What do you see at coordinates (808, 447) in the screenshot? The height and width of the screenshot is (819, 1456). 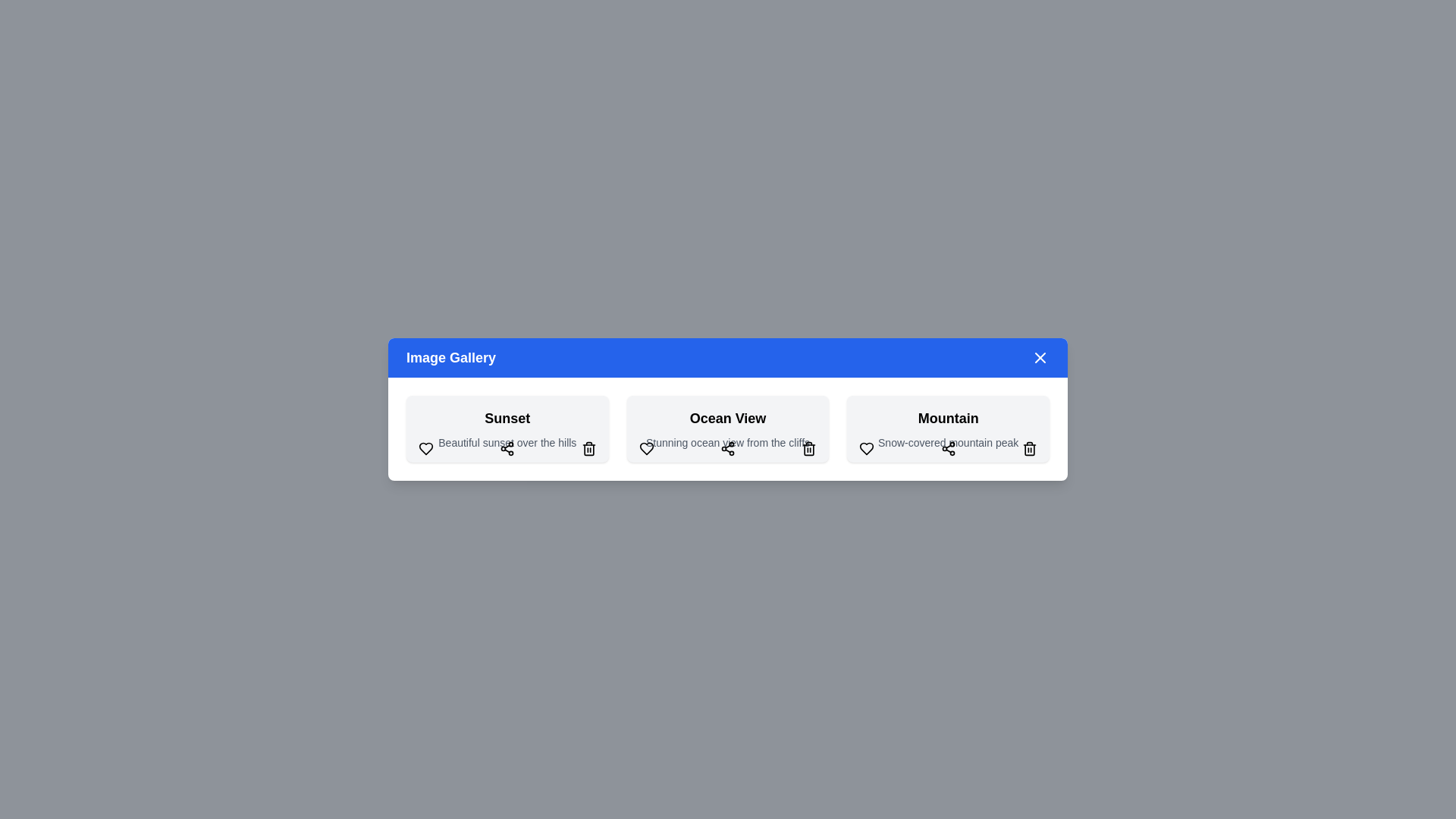 I see `the trash button for the image titled Ocean View` at bounding box center [808, 447].